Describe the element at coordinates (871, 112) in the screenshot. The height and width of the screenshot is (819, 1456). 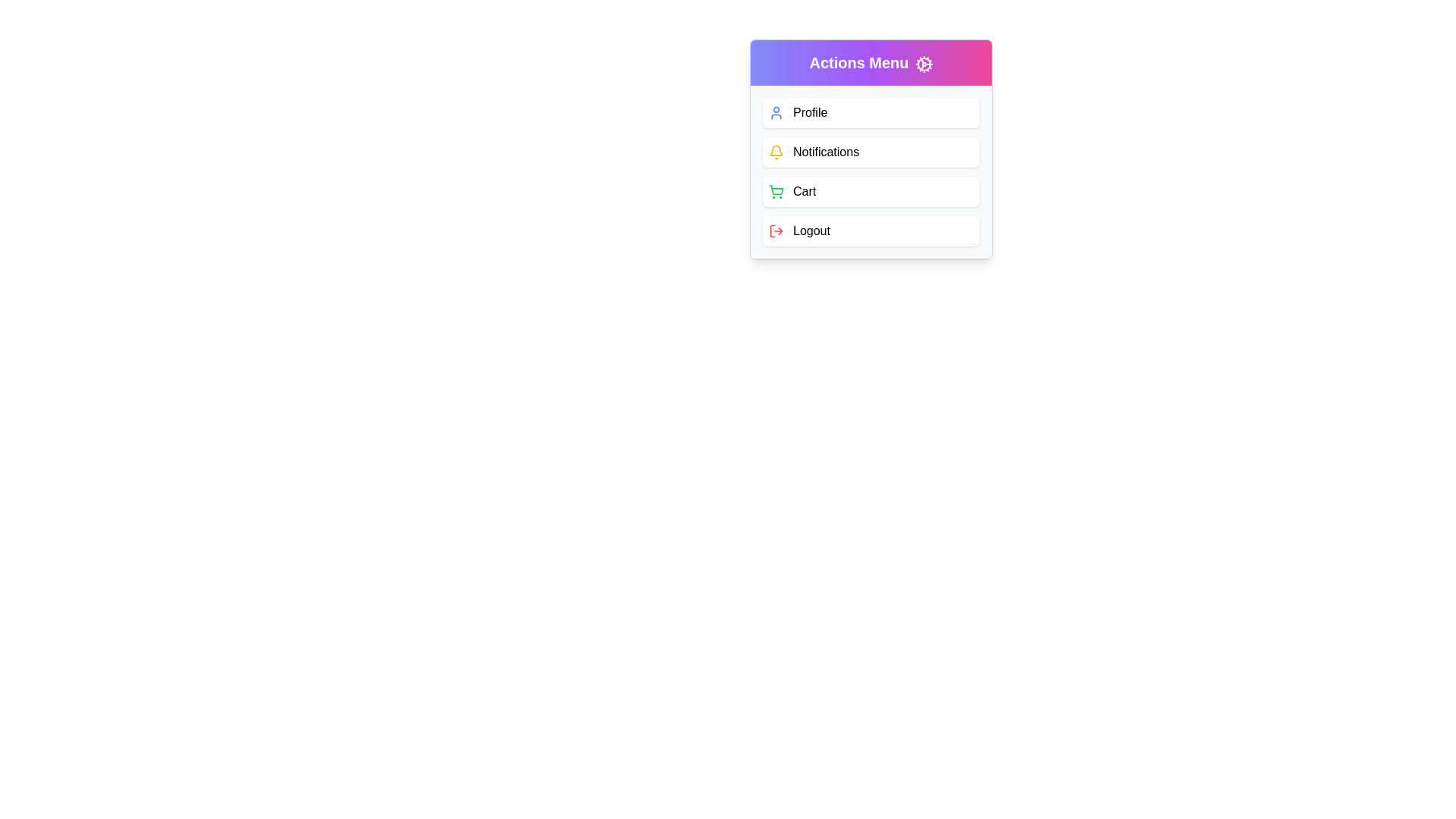
I see `the menu item Profile to observe its hover effect` at that location.